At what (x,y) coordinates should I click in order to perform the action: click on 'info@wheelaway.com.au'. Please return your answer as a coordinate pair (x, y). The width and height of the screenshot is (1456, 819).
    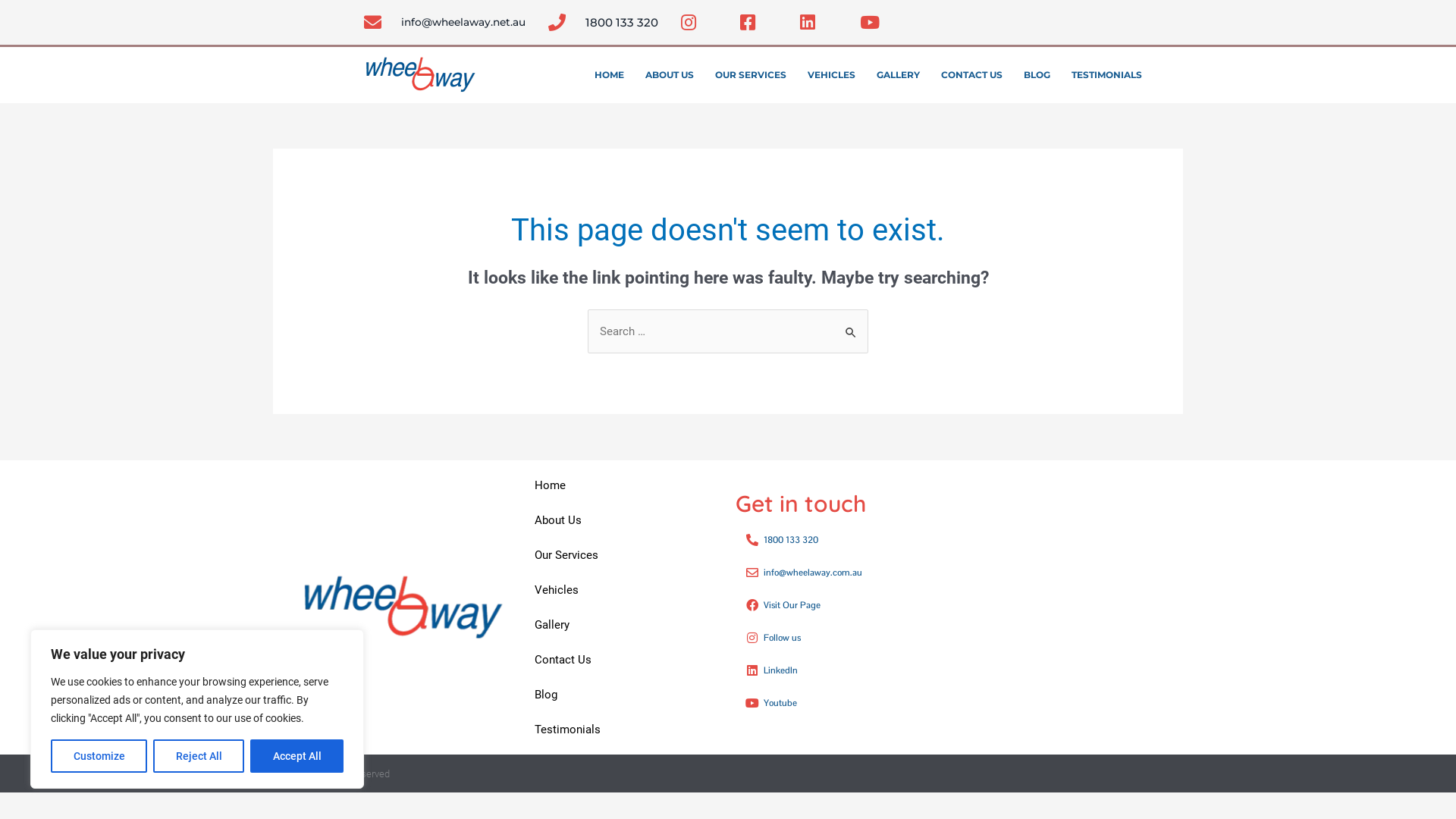
    Looking at the image, I should click on (839, 573).